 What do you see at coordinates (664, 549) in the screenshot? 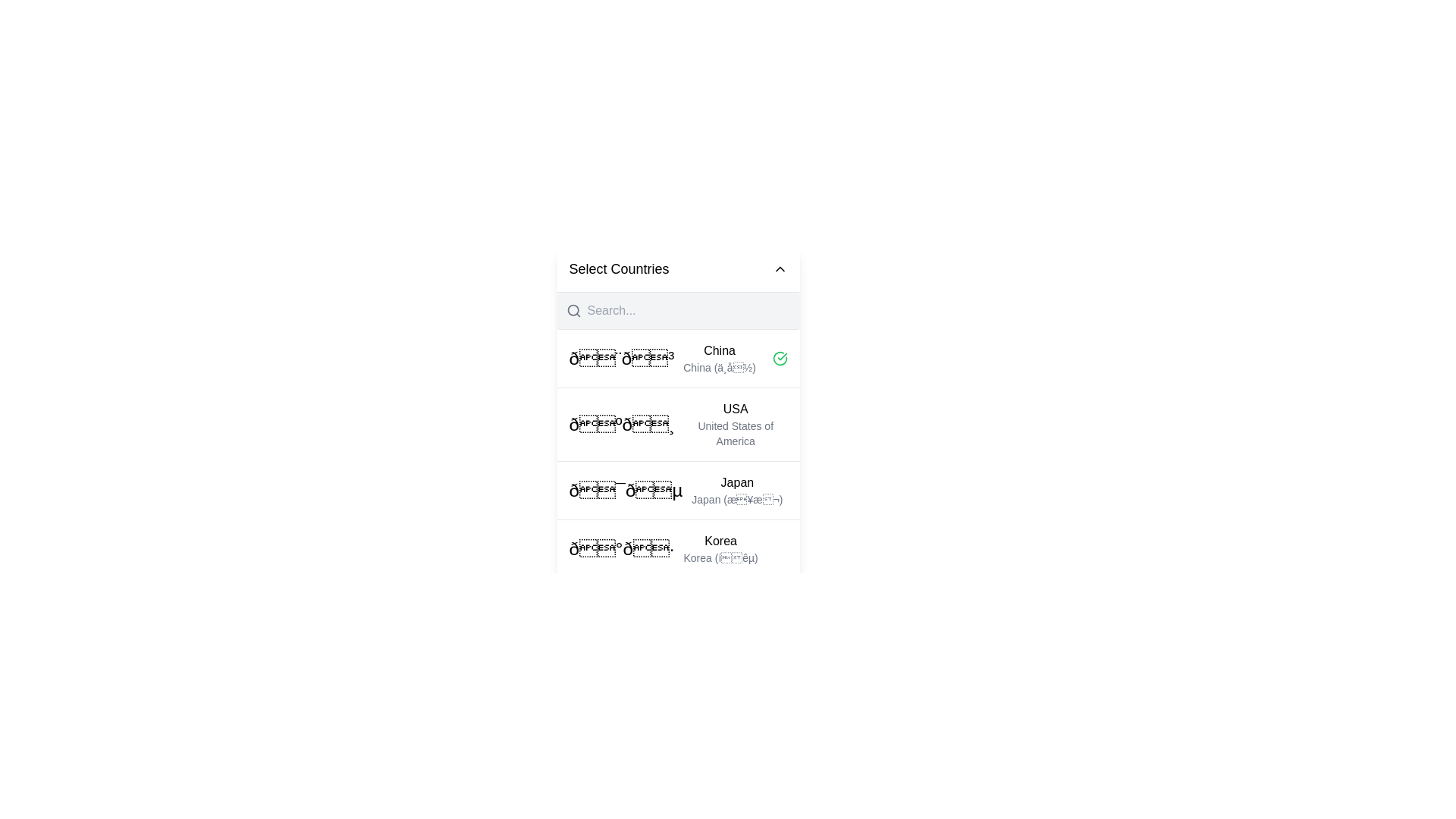
I see `the fourth selectable item in the country selection menu` at bounding box center [664, 549].